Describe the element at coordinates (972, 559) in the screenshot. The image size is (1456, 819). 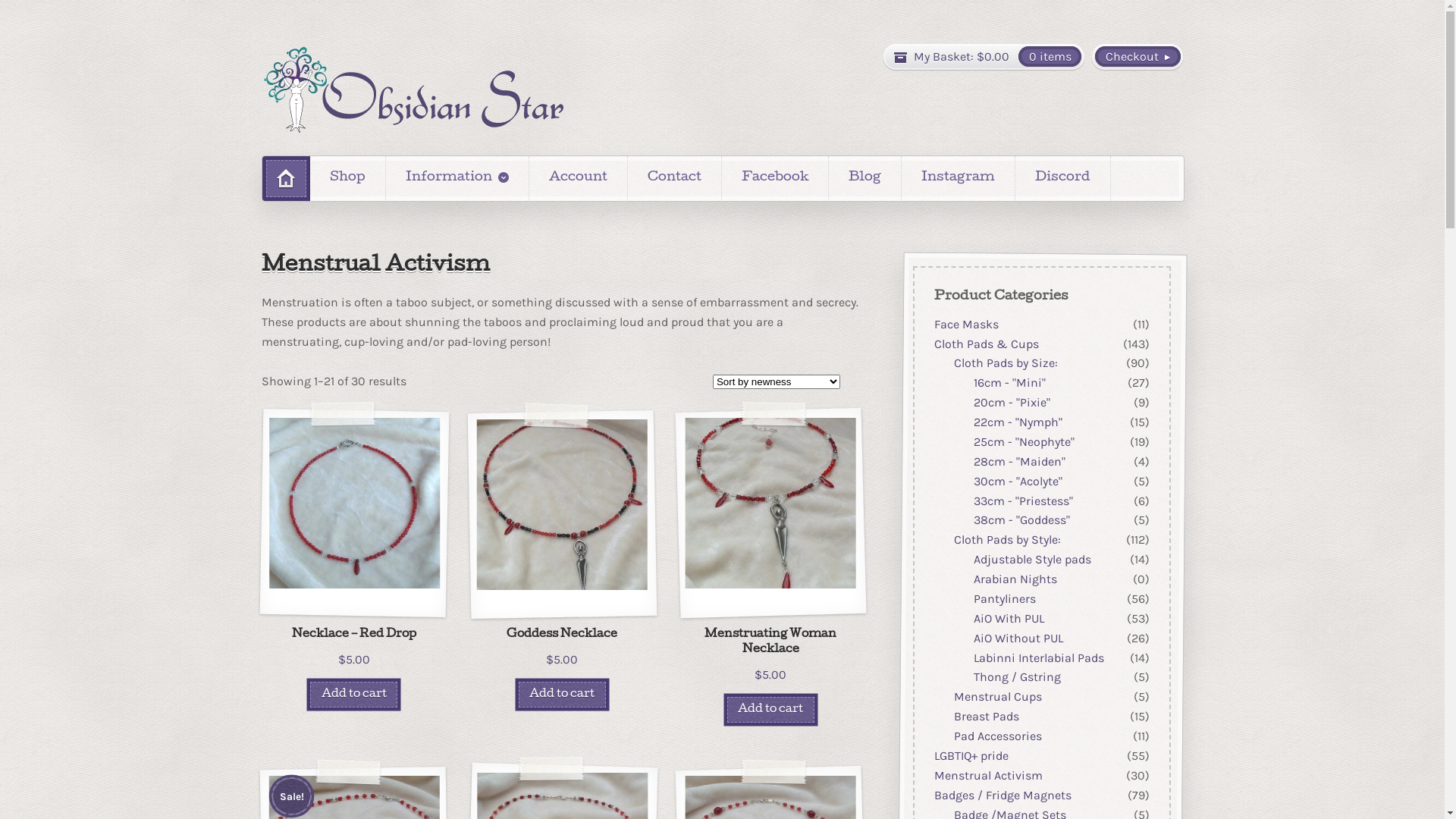
I see `'Adjustable Style pads'` at that location.